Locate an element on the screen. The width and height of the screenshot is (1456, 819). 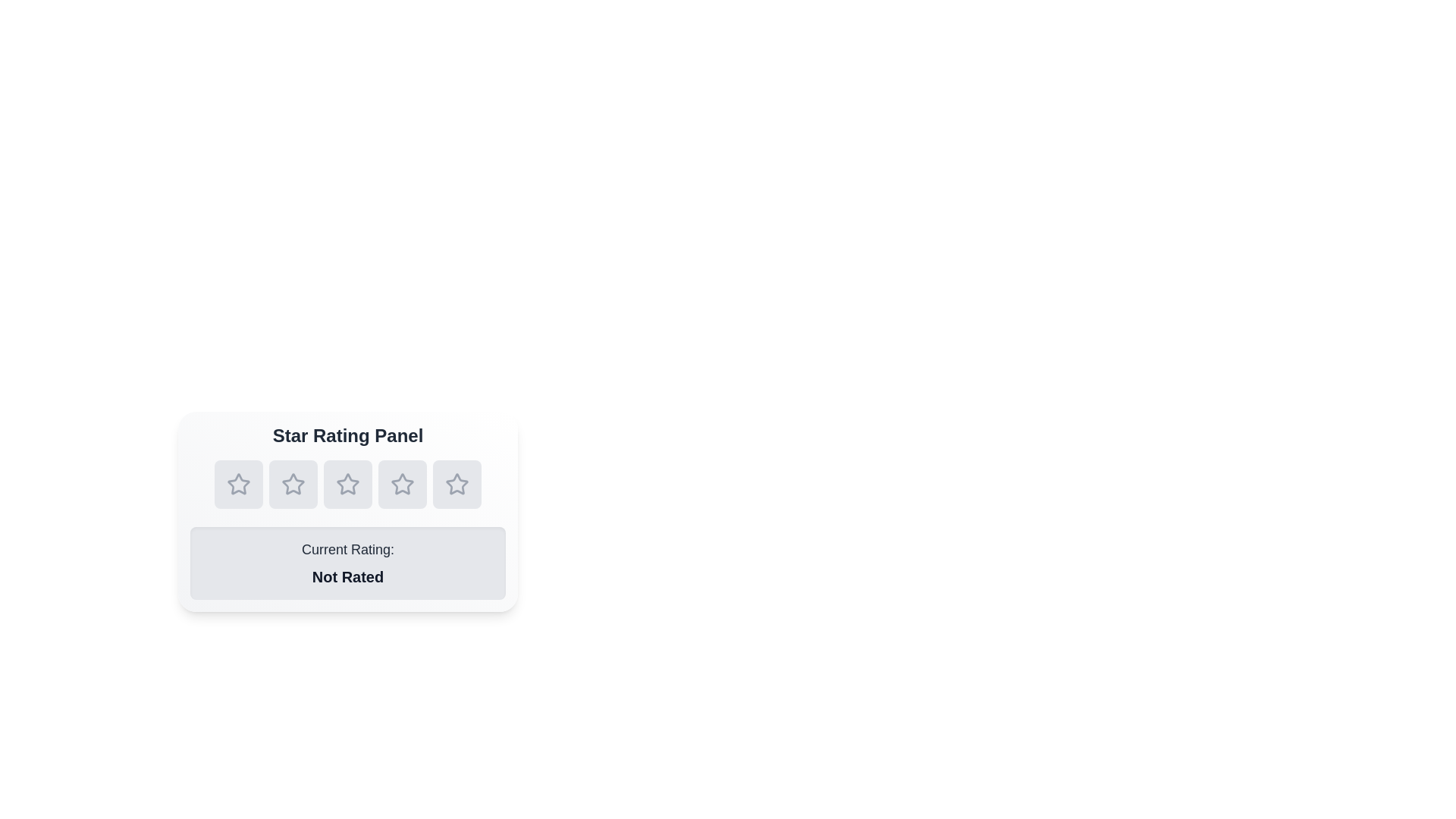
the sixth rating star icon located in the bottom-right corner of the layout to provide a rating is located at coordinates (457, 485).